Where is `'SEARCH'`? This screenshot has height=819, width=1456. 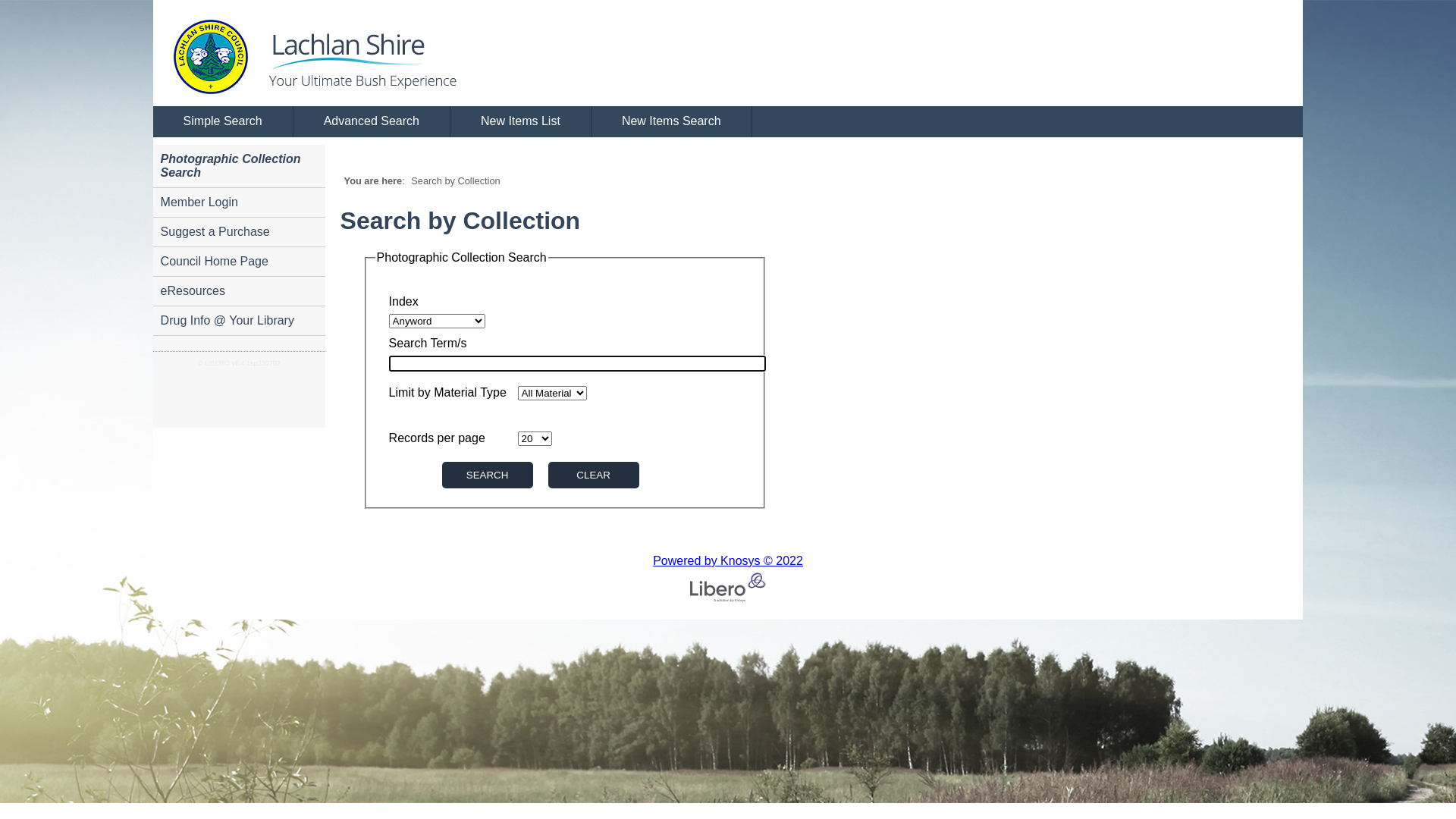
'SEARCH' is located at coordinates (488, 474).